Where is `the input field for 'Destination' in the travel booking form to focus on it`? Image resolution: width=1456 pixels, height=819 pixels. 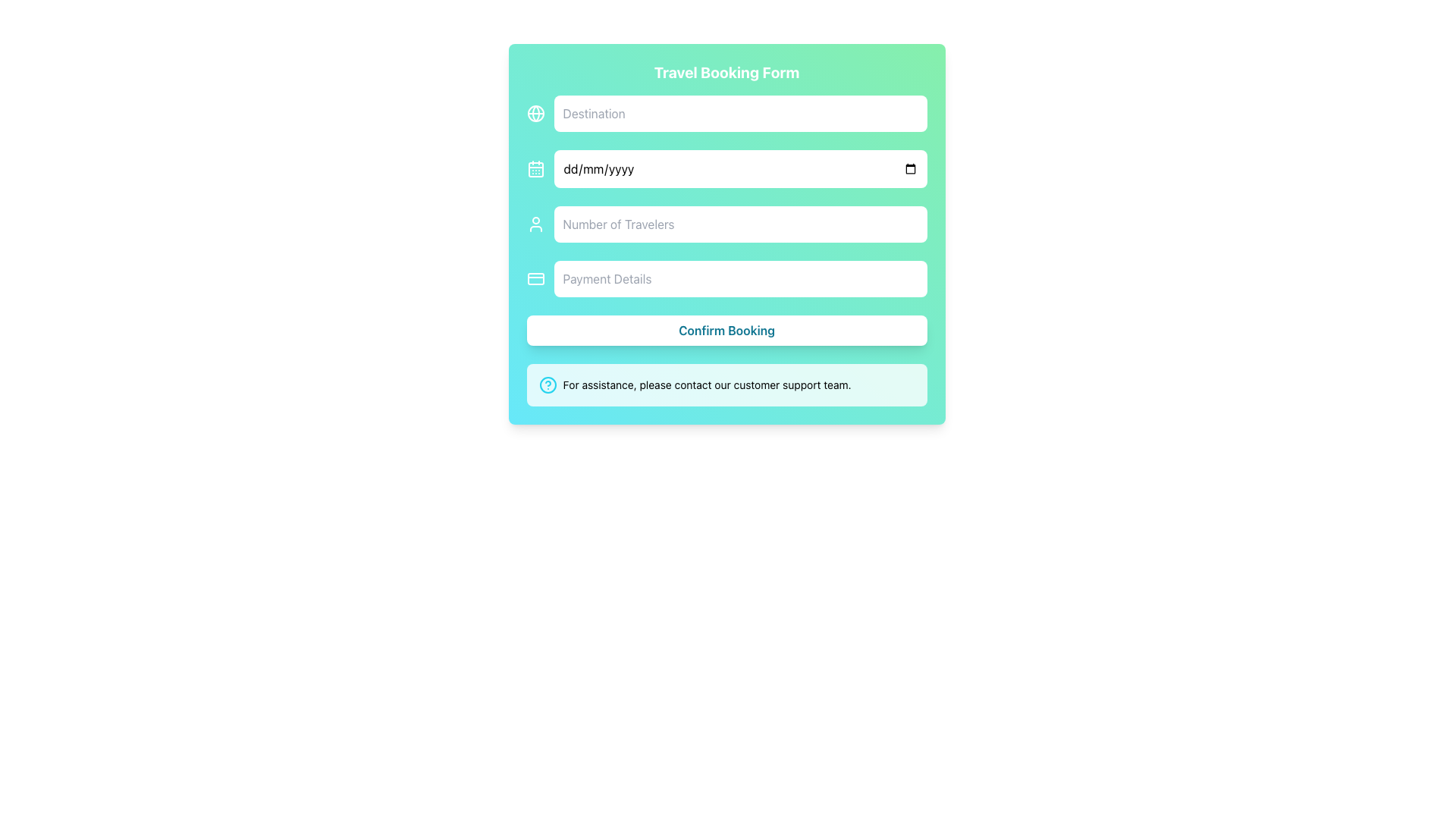 the input field for 'Destination' in the travel booking form to focus on it is located at coordinates (726, 113).